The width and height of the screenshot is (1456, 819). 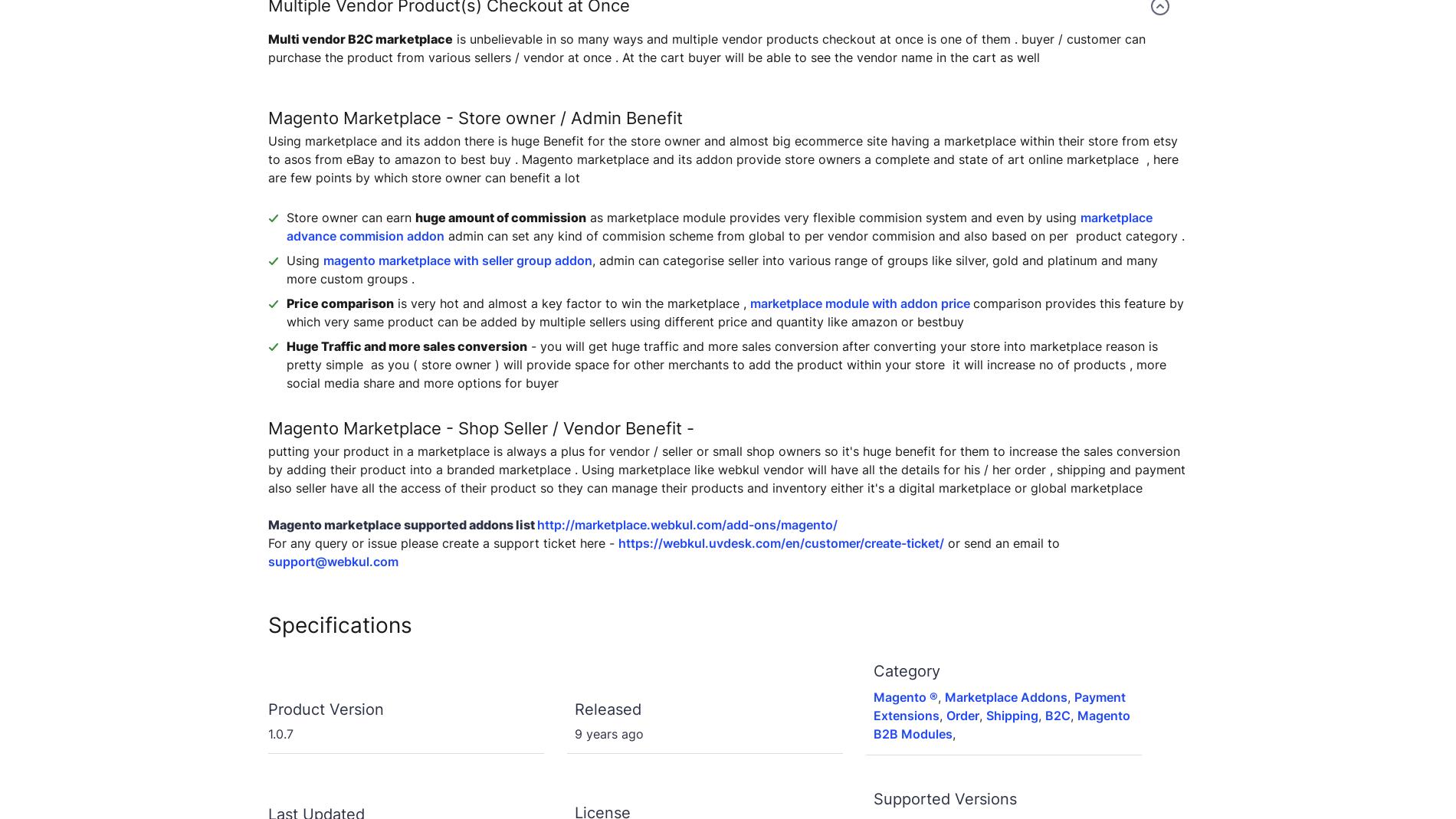 What do you see at coordinates (686, 524) in the screenshot?
I see `'http://marketplace.webkul.com/add-ons/magento/'` at bounding box center [686, 524].